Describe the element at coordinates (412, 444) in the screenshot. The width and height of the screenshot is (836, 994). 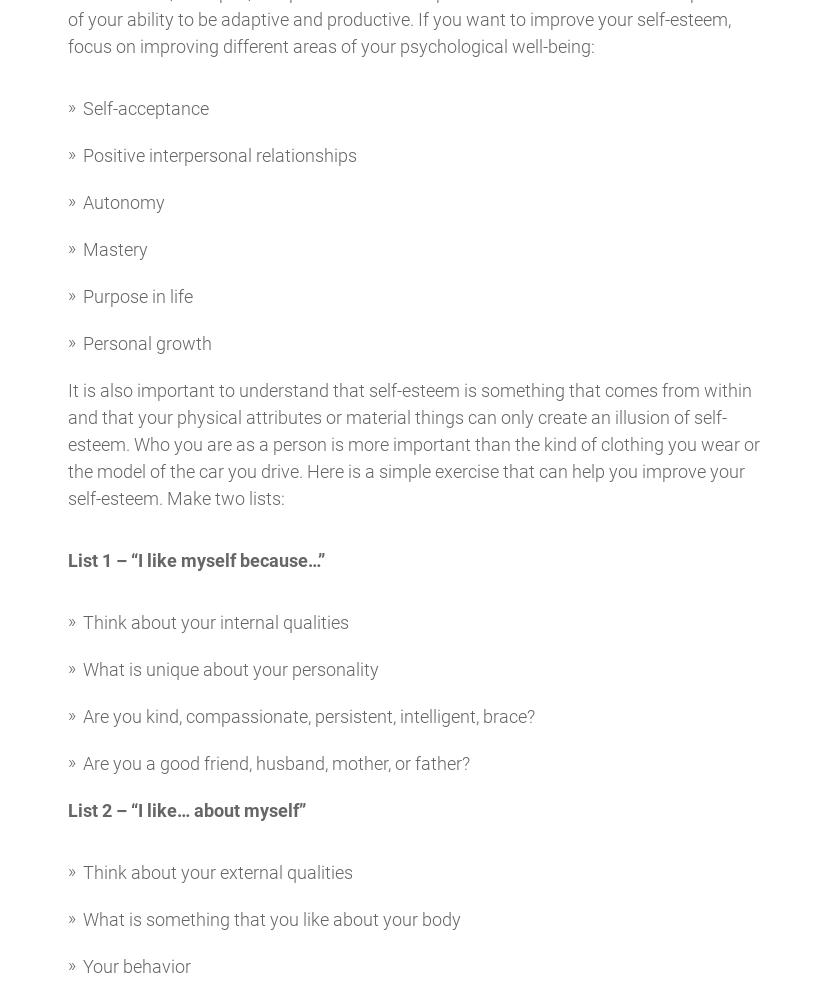
I see `'It is also important to understand that self-esteem is something that comes from within and that your physical attributes or material things can only create an illusion of self-esteem. Who you are as a person is more important than the kind of clothing you wear or the model of the car you drive. Here is a simple exercise that can help you improve your self-esteem. Make two lists:'` at that location.